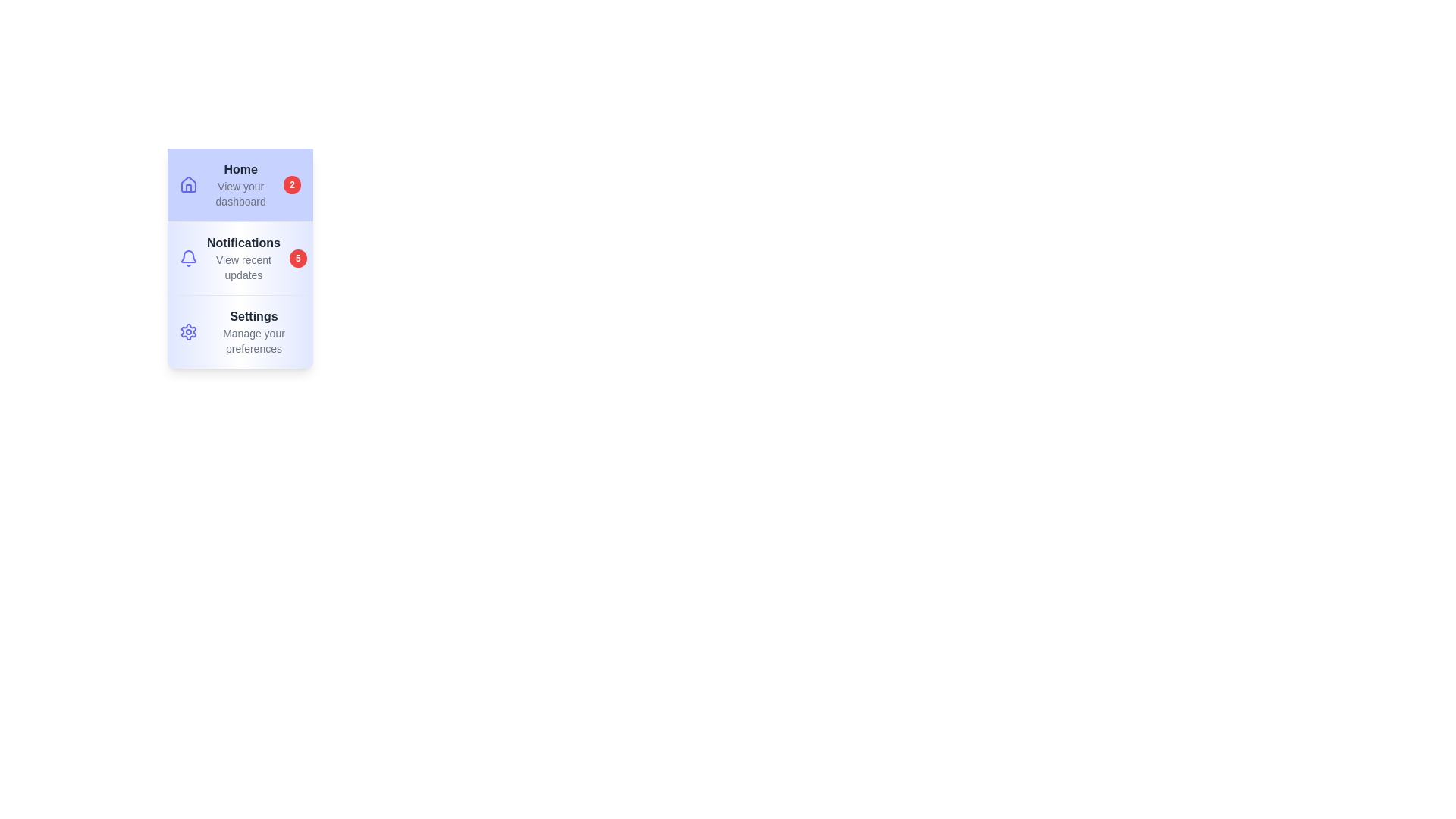  I want to click on the menu item Settings from the navigation menu, so click(239, 330).